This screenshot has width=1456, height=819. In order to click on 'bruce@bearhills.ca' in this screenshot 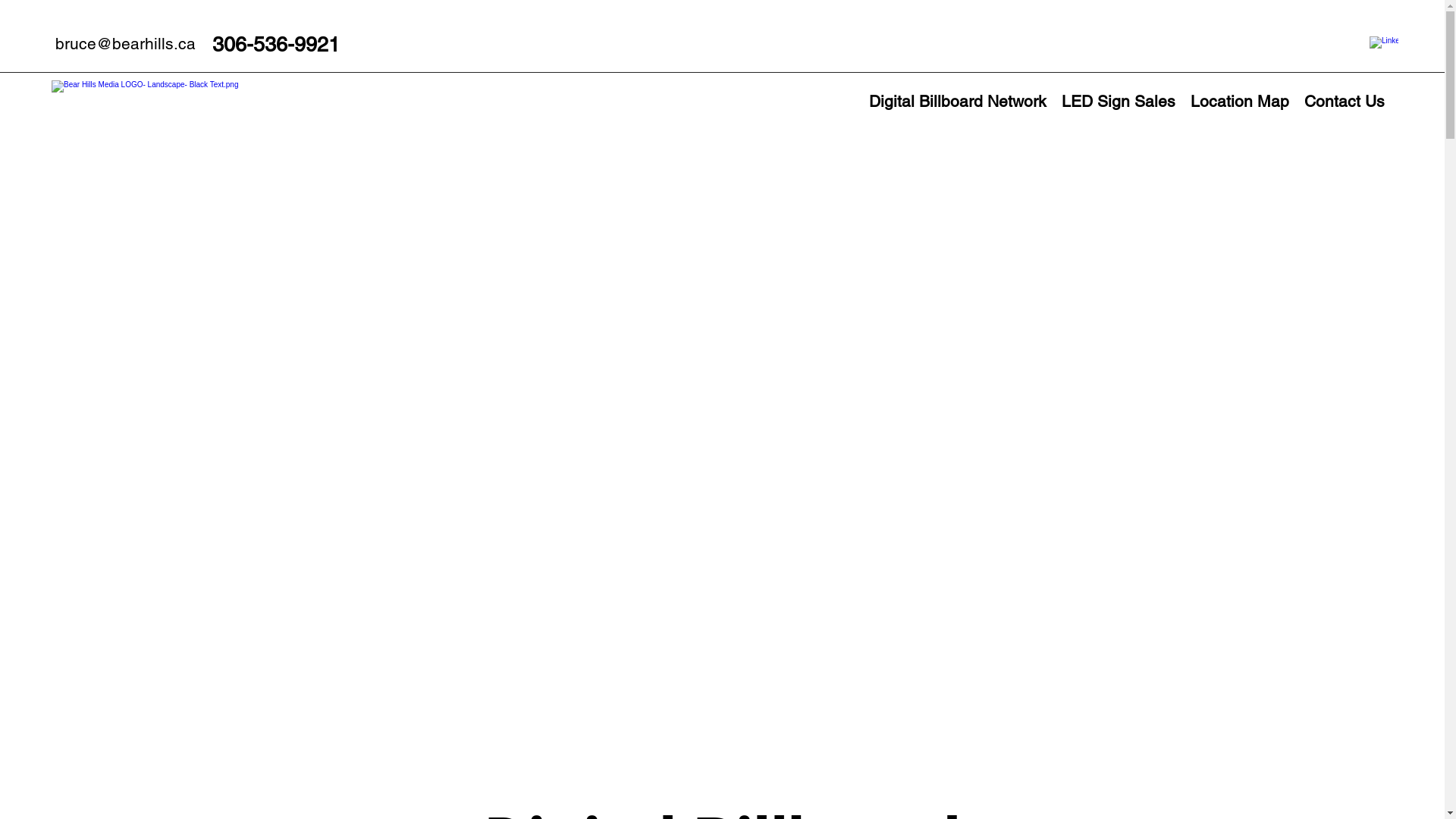, I will do `click(55, 42)`.